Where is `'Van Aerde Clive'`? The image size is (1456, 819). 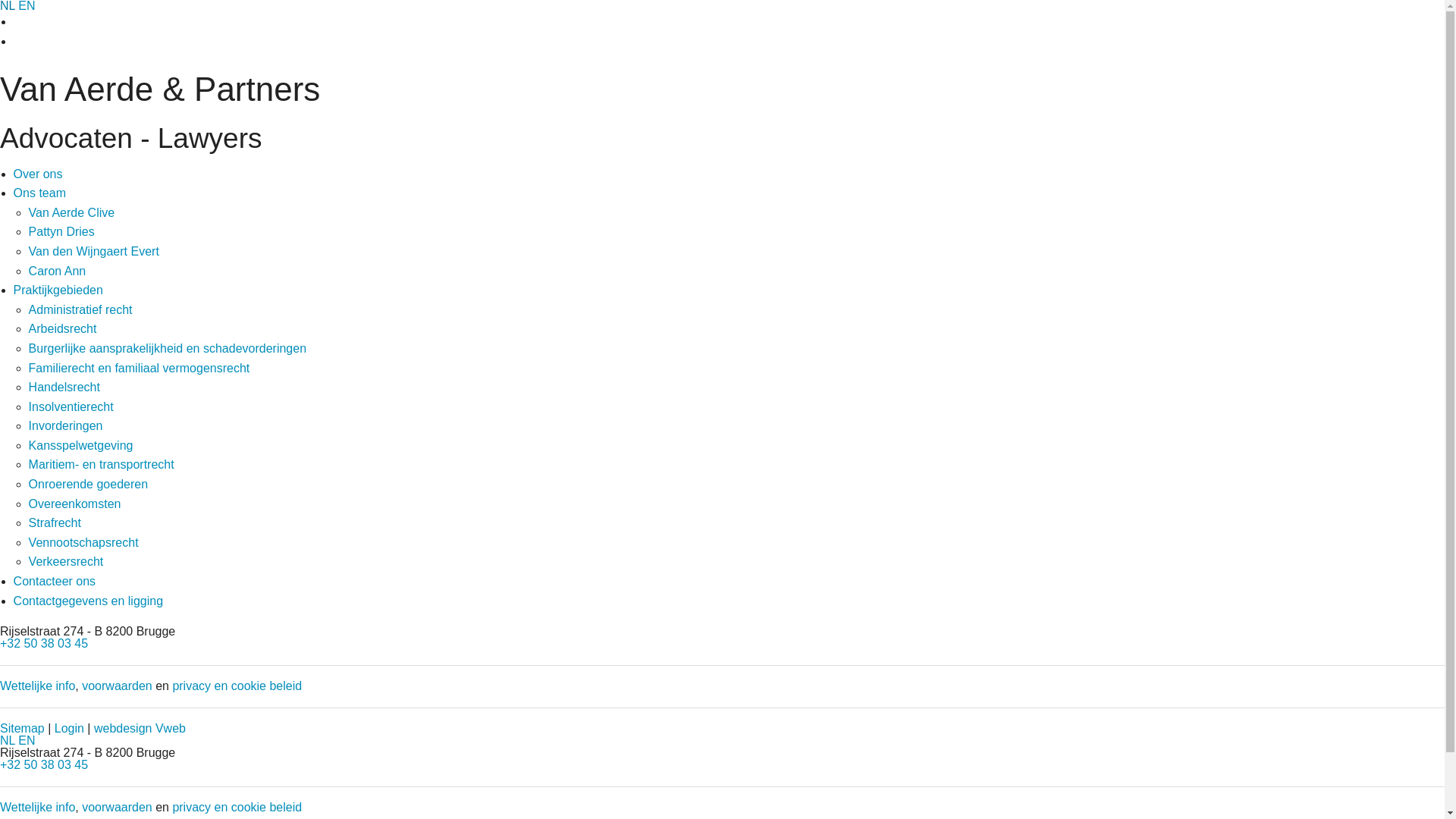 'Van Aerde Clive' is located at coordinates (71, 212).